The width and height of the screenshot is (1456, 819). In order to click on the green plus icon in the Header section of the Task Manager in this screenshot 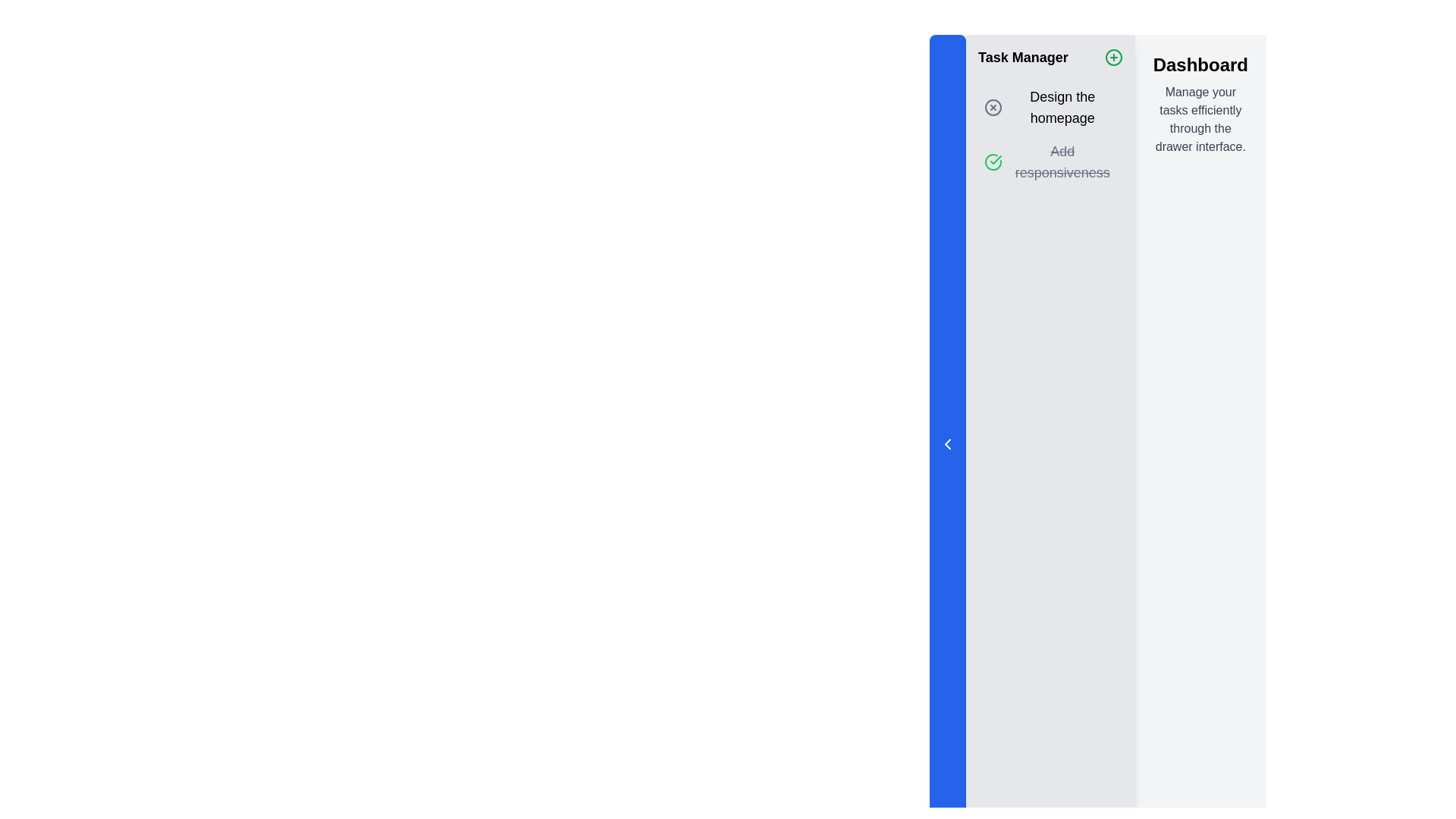, I will do `click(1050, 57)`.